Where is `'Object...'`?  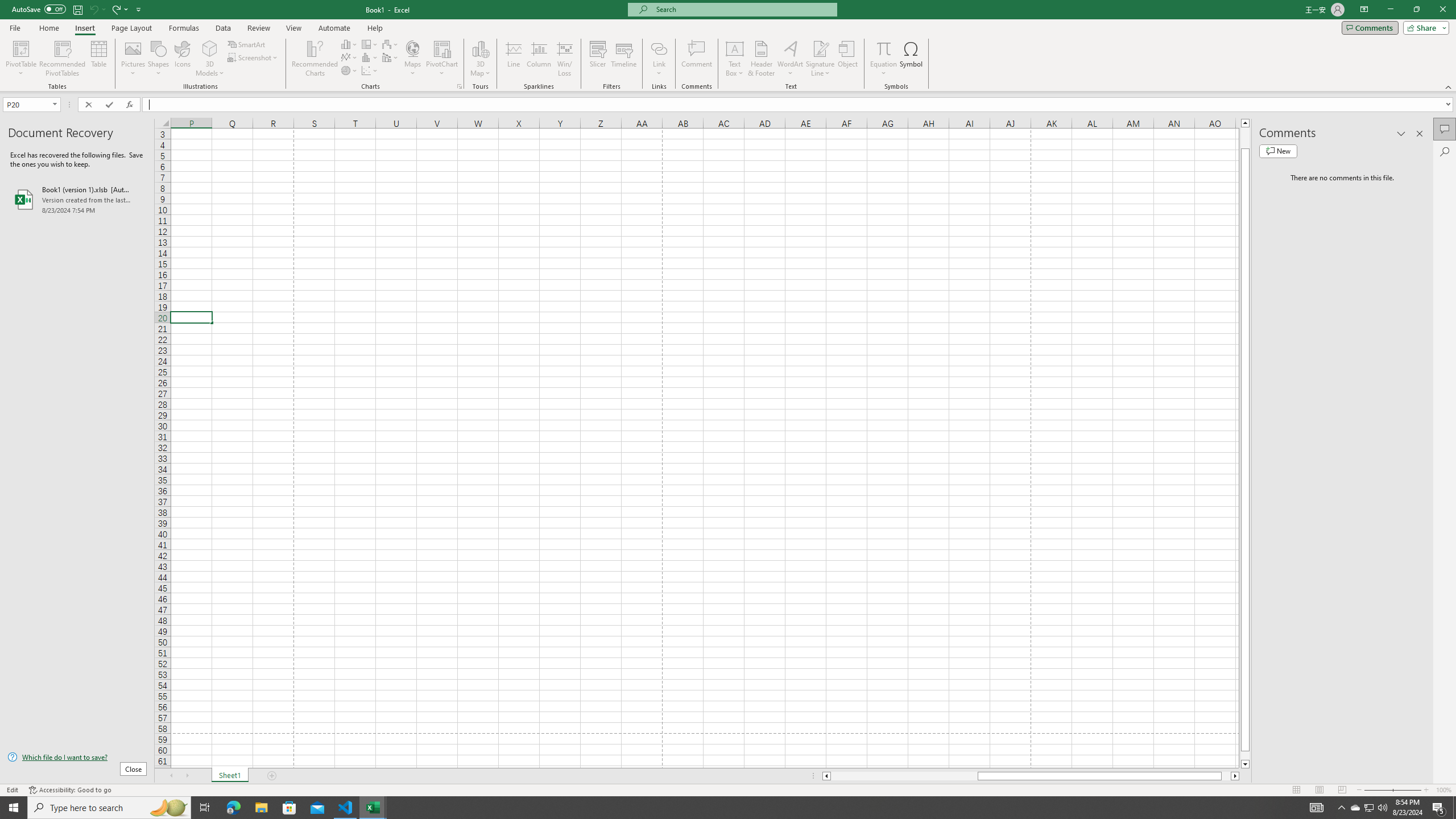
'Object...' is located at coordinates (848, 59).